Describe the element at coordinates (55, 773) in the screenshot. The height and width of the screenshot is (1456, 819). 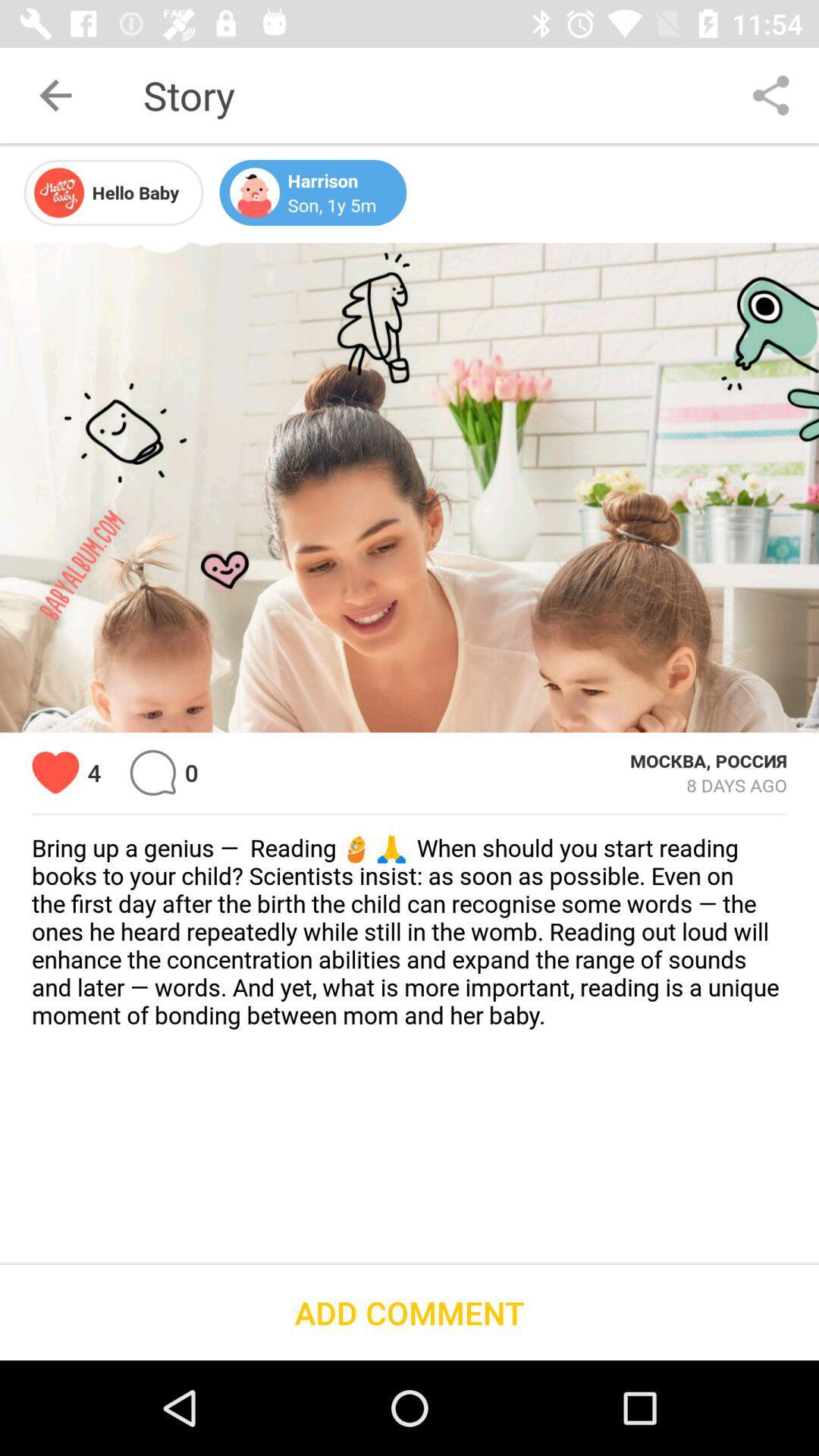
I see `icon next to the 4 item` at that location.